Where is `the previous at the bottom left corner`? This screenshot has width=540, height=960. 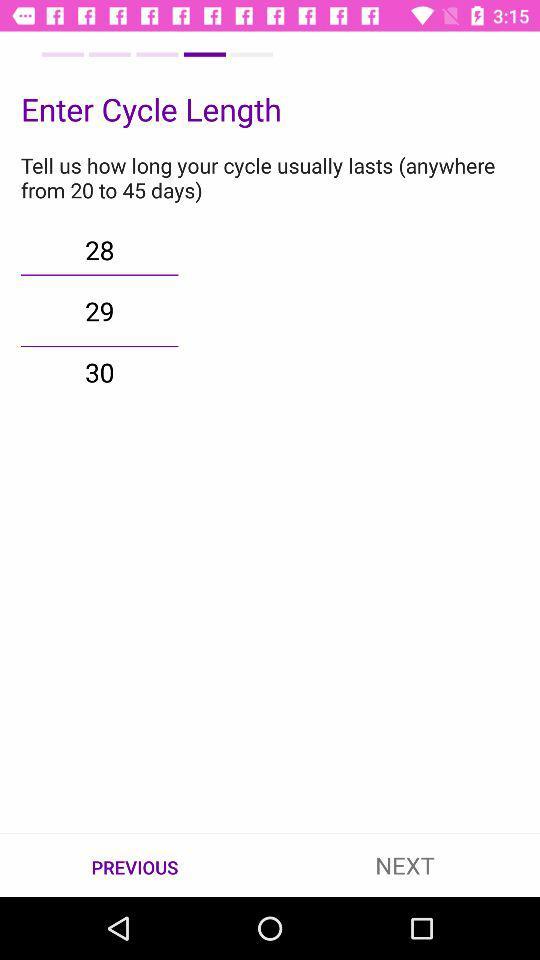 the previous at the bottom left corner is located at coordinates (135, 865).